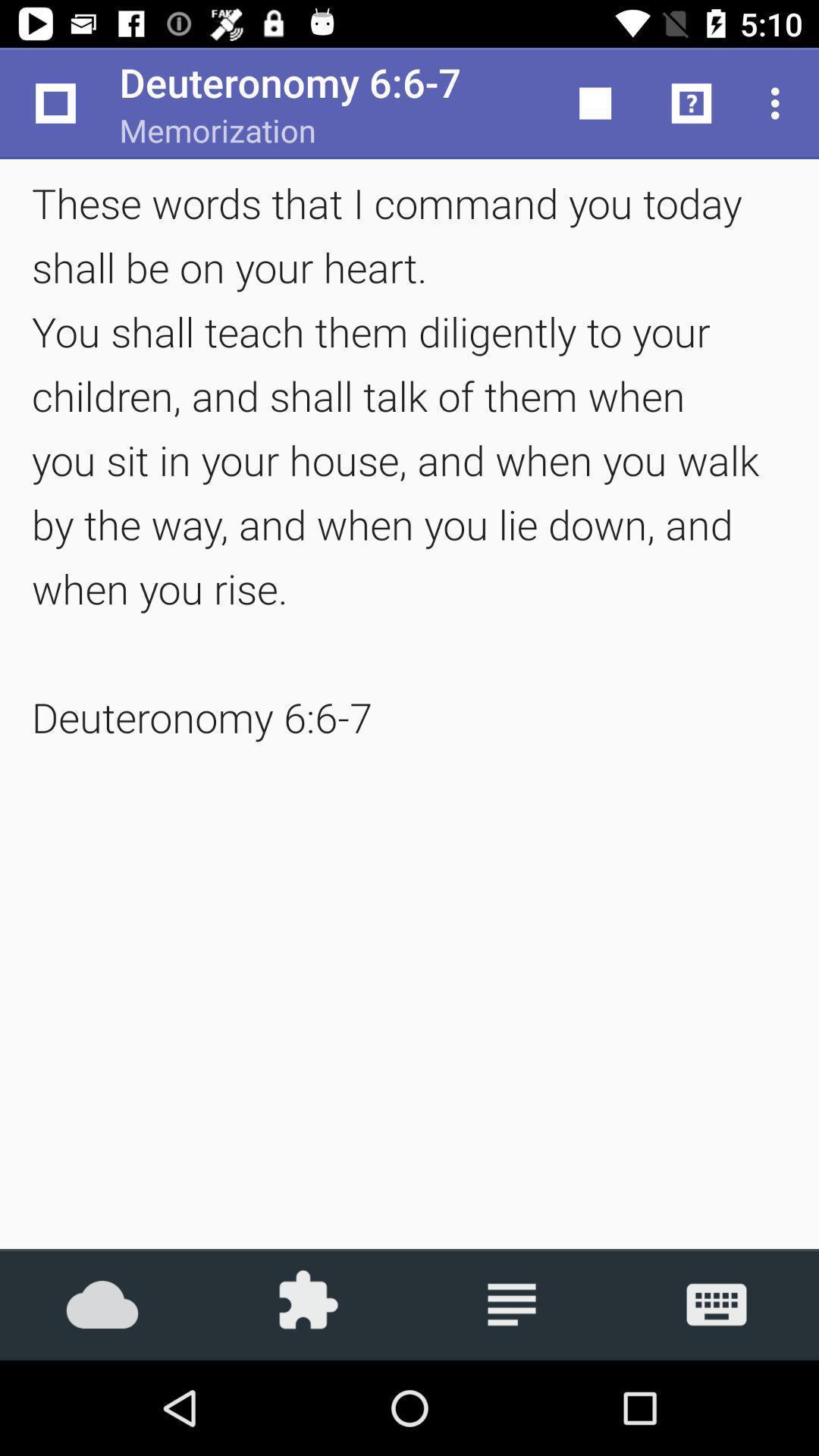 The image size is (819, 1456). I want to click on the icon at the bottom right corner, so click(717, 1304).